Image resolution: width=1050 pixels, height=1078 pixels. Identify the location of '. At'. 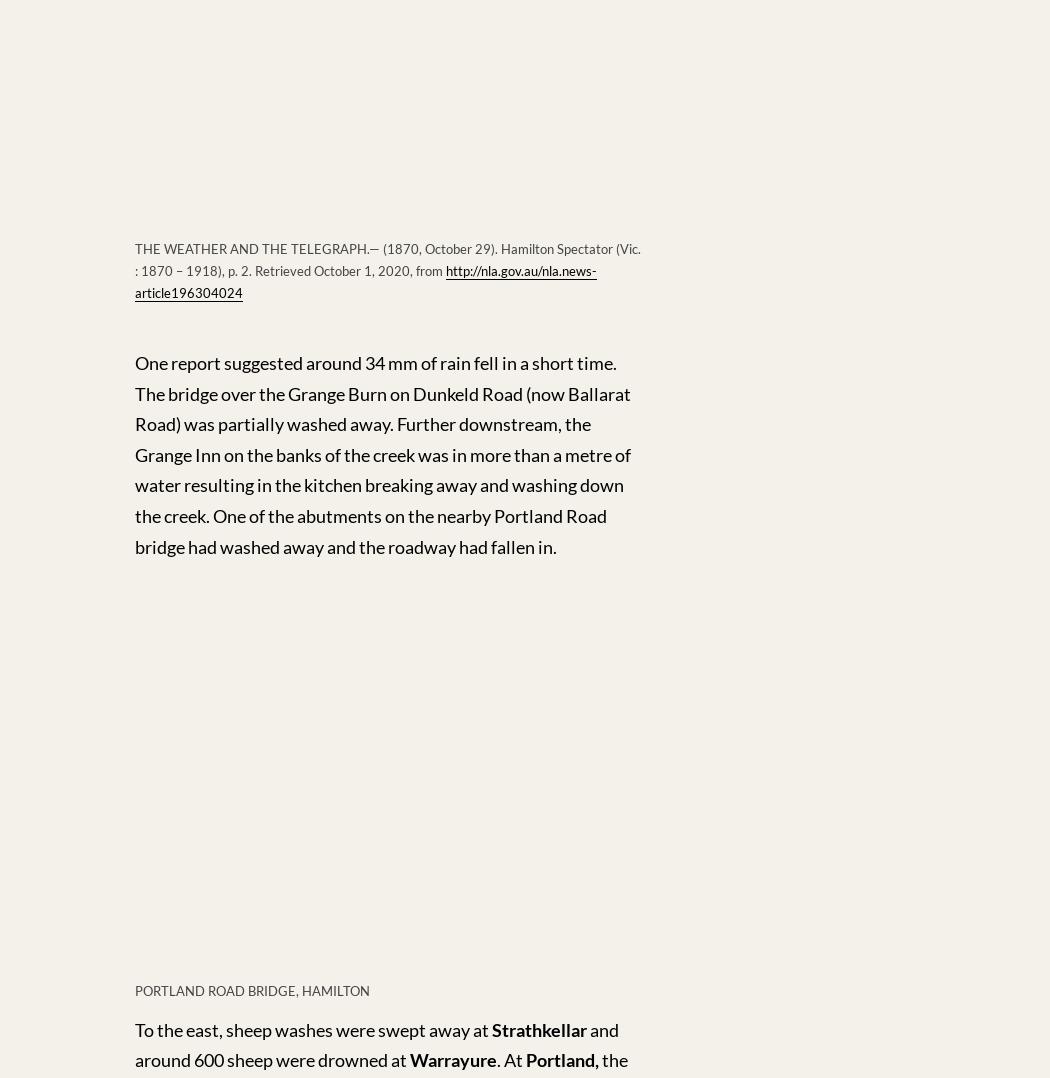
(495, 1059).